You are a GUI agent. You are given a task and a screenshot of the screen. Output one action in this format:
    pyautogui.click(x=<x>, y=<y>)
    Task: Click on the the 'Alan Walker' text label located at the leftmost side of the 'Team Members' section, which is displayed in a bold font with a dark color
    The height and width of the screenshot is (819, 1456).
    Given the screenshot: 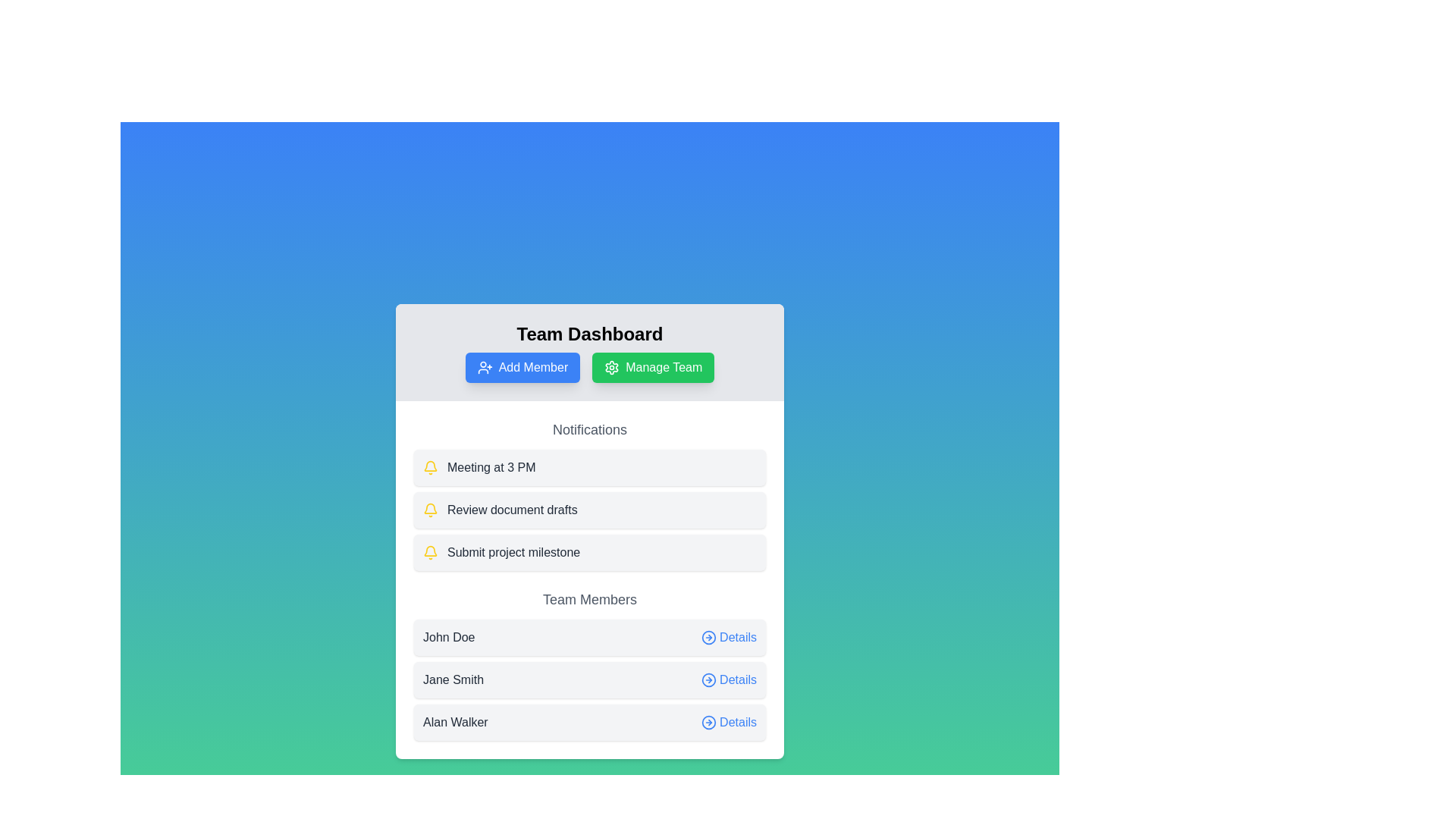 What is the action you would take?
    pyautogui.click(x=454, y=721)
    